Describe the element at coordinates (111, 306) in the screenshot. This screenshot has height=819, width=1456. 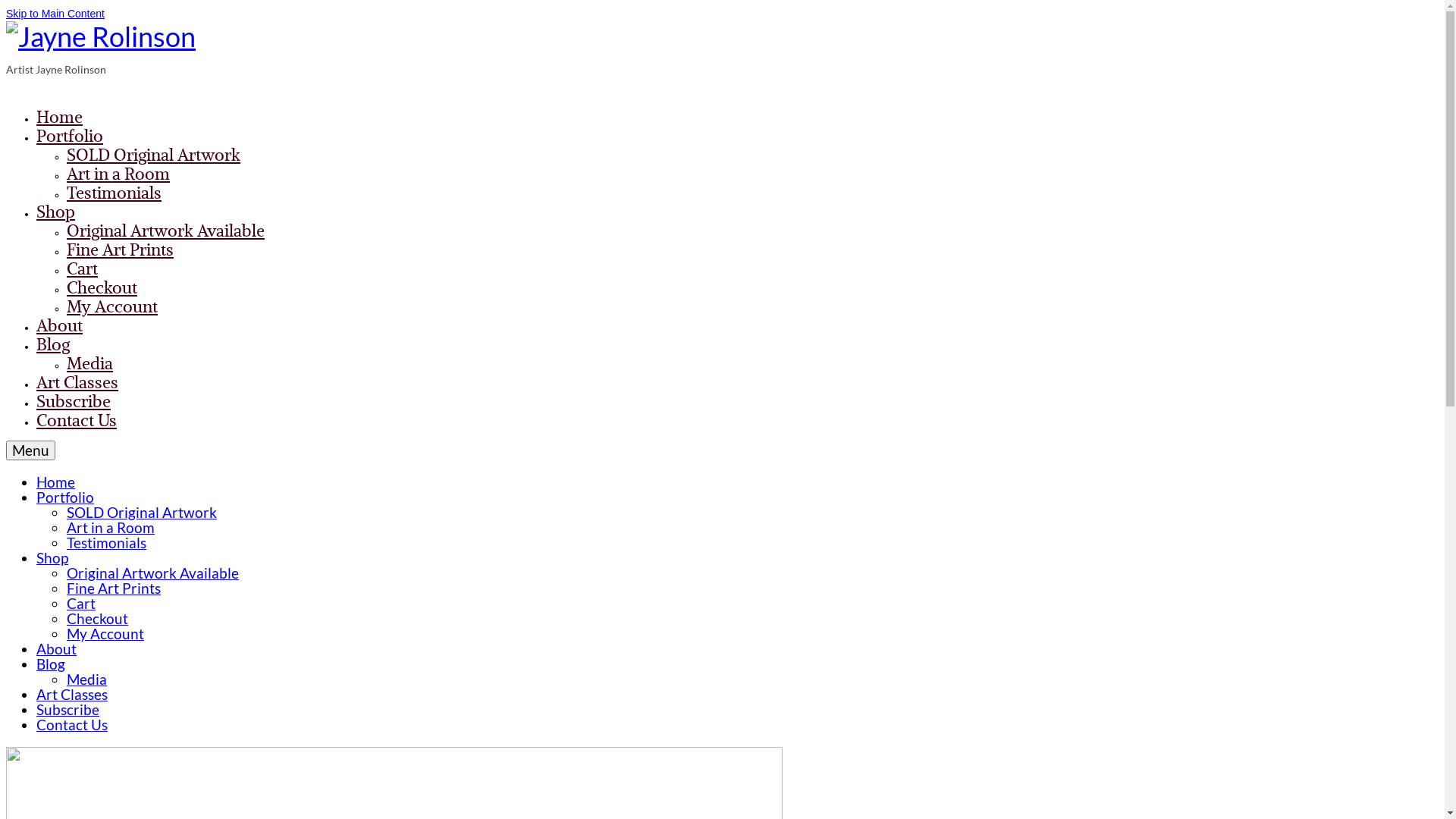
I see `'My Account'` at that location.